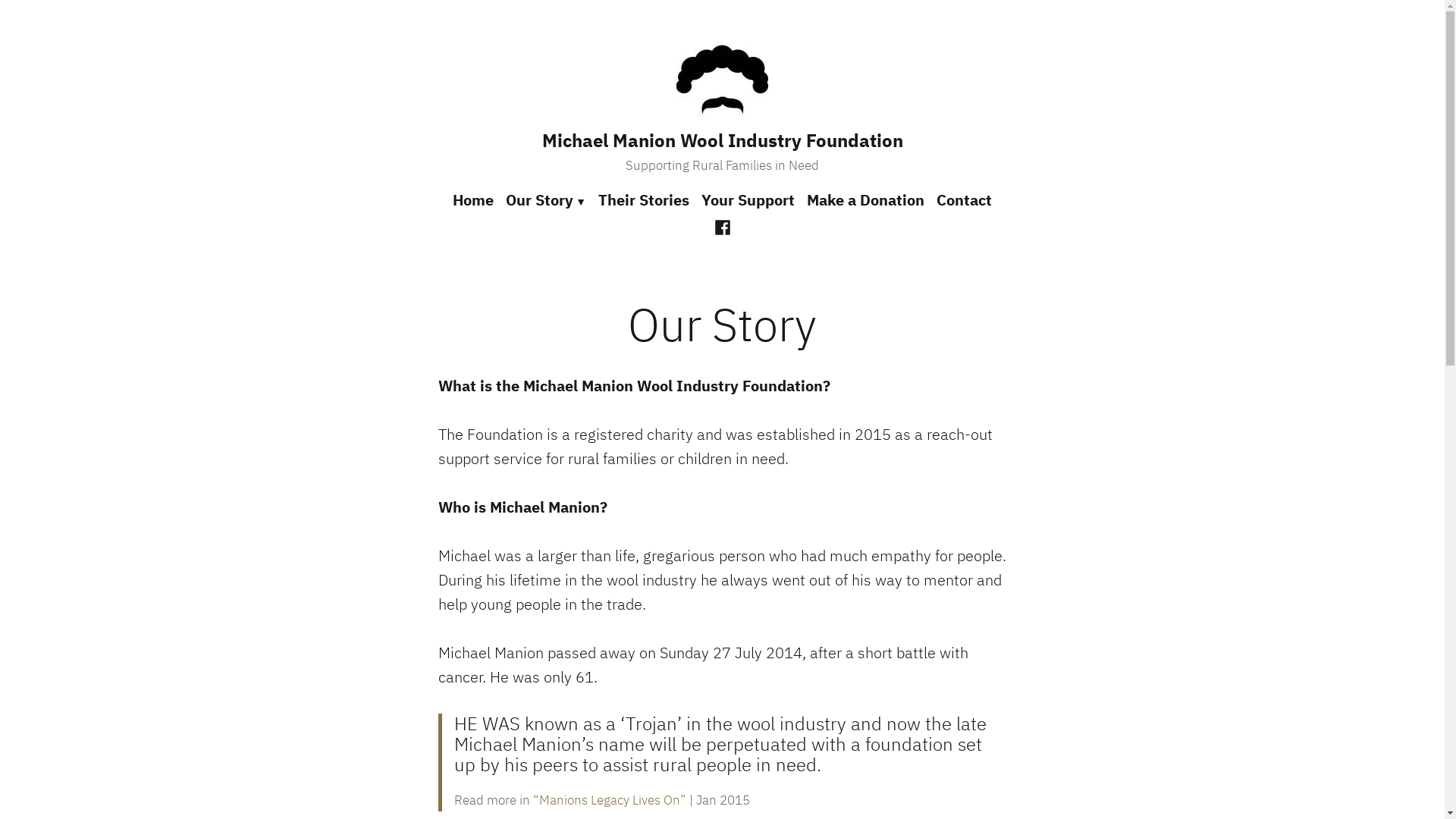 The image size is (1456, 819). I want to click on 'Their Stories', so click(644, 200).